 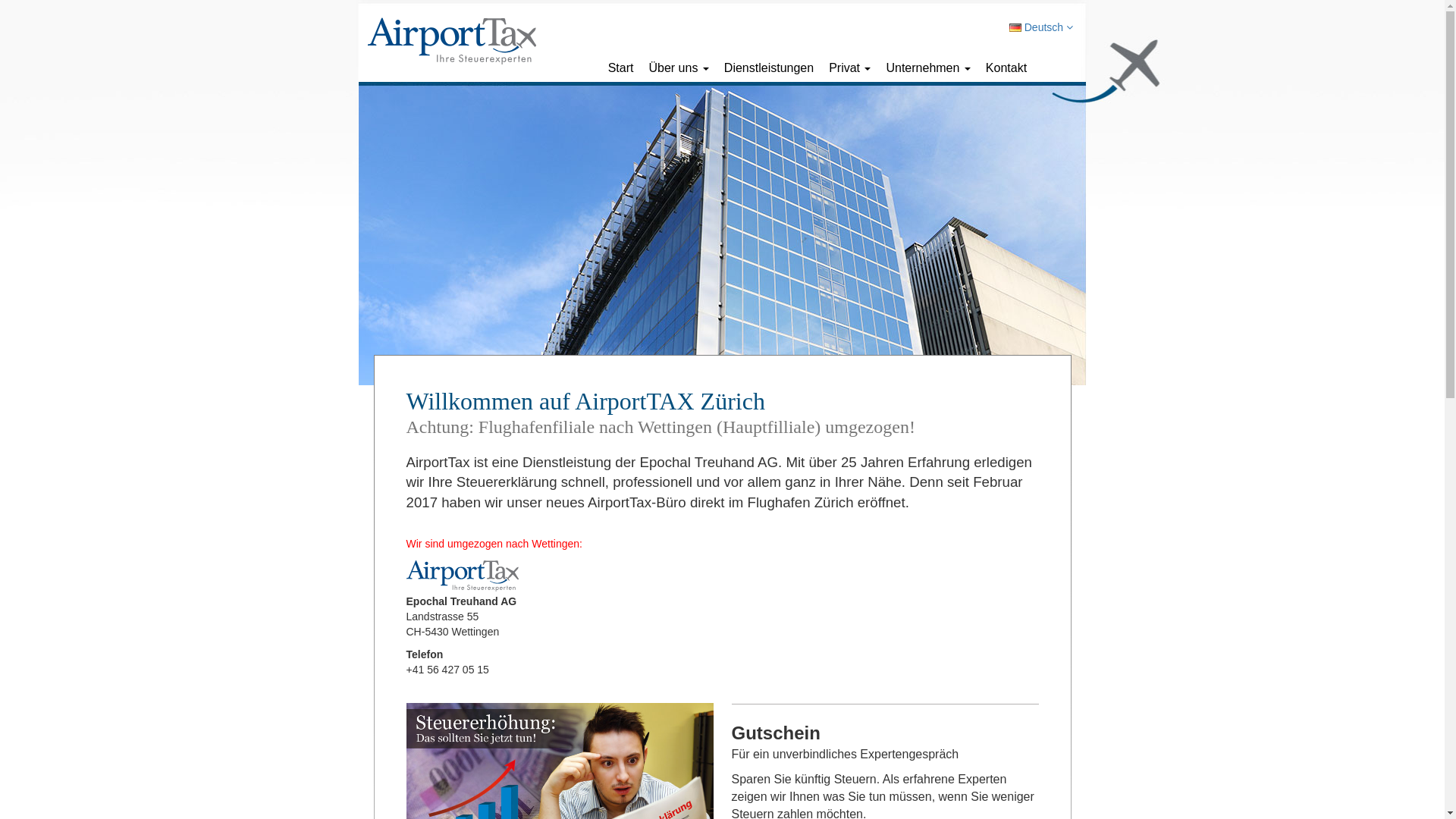 I want to click on 'Unternehmen', so click(x=927, y=67).